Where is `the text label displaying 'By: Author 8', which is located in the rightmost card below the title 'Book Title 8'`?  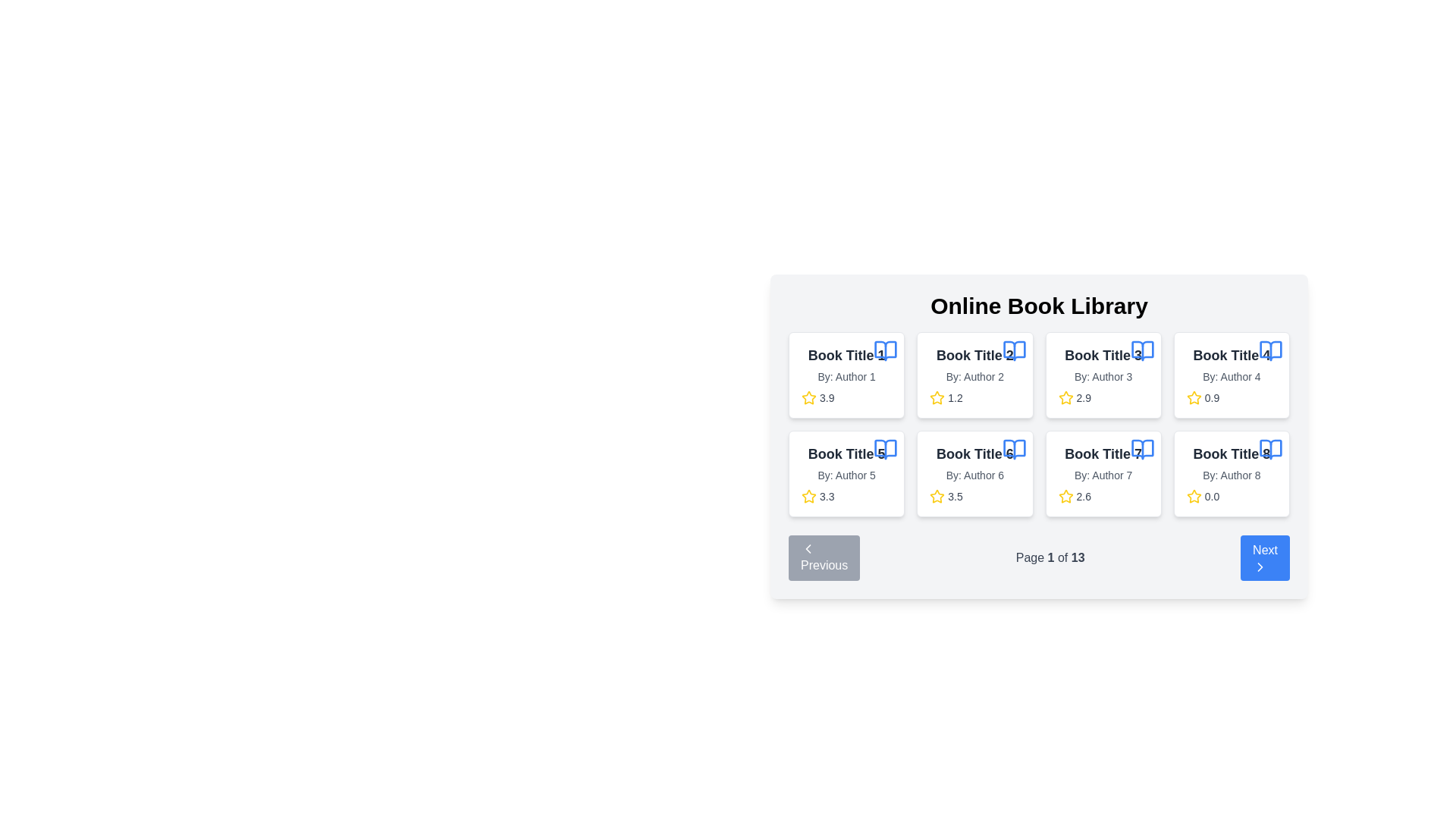
the text label displaying 'By: Author 8', which is located in the rightmost card below the title 'Book Title 8' is located at coordinates (1232, 475).